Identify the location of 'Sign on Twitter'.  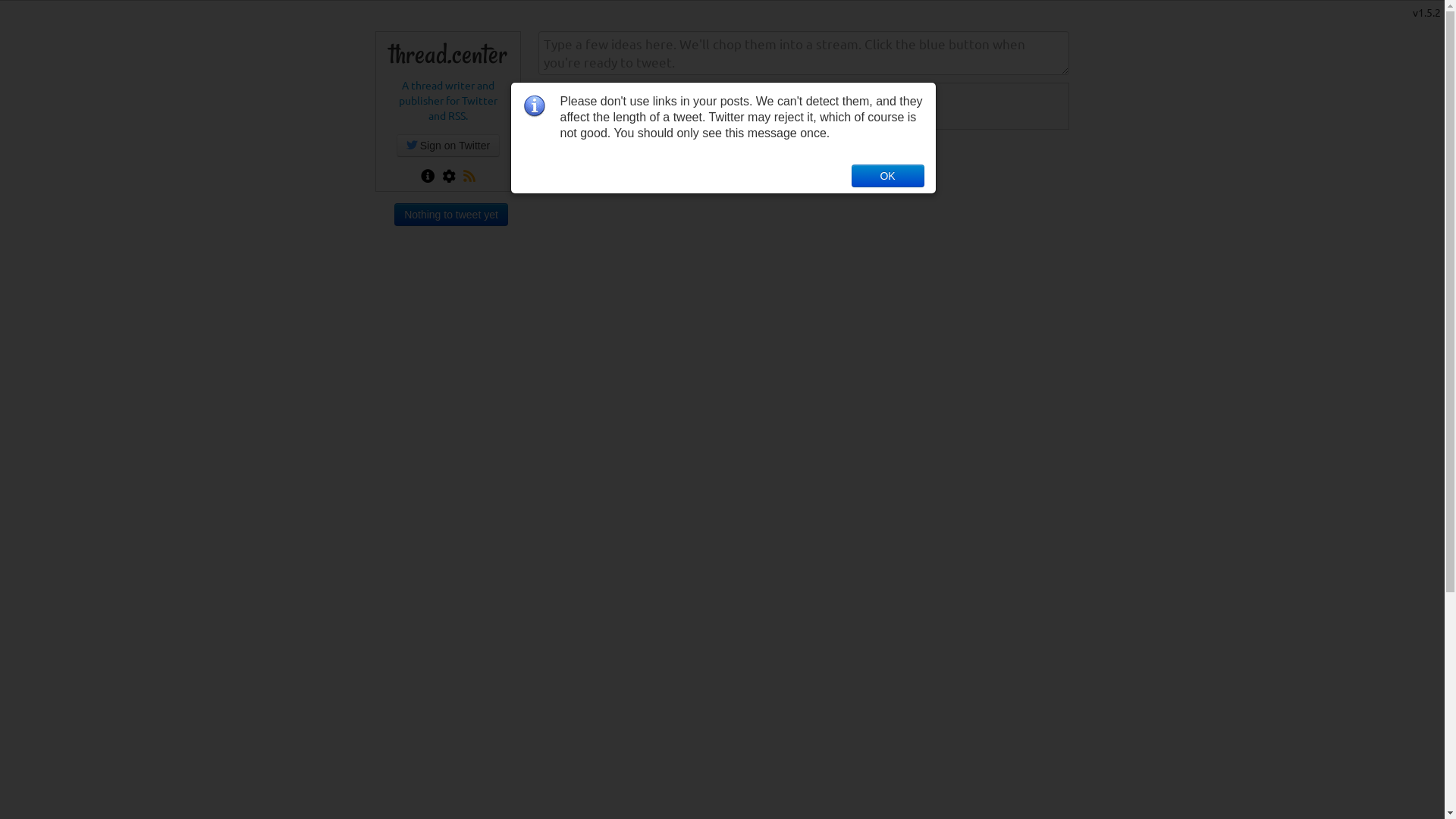
(447, 146).